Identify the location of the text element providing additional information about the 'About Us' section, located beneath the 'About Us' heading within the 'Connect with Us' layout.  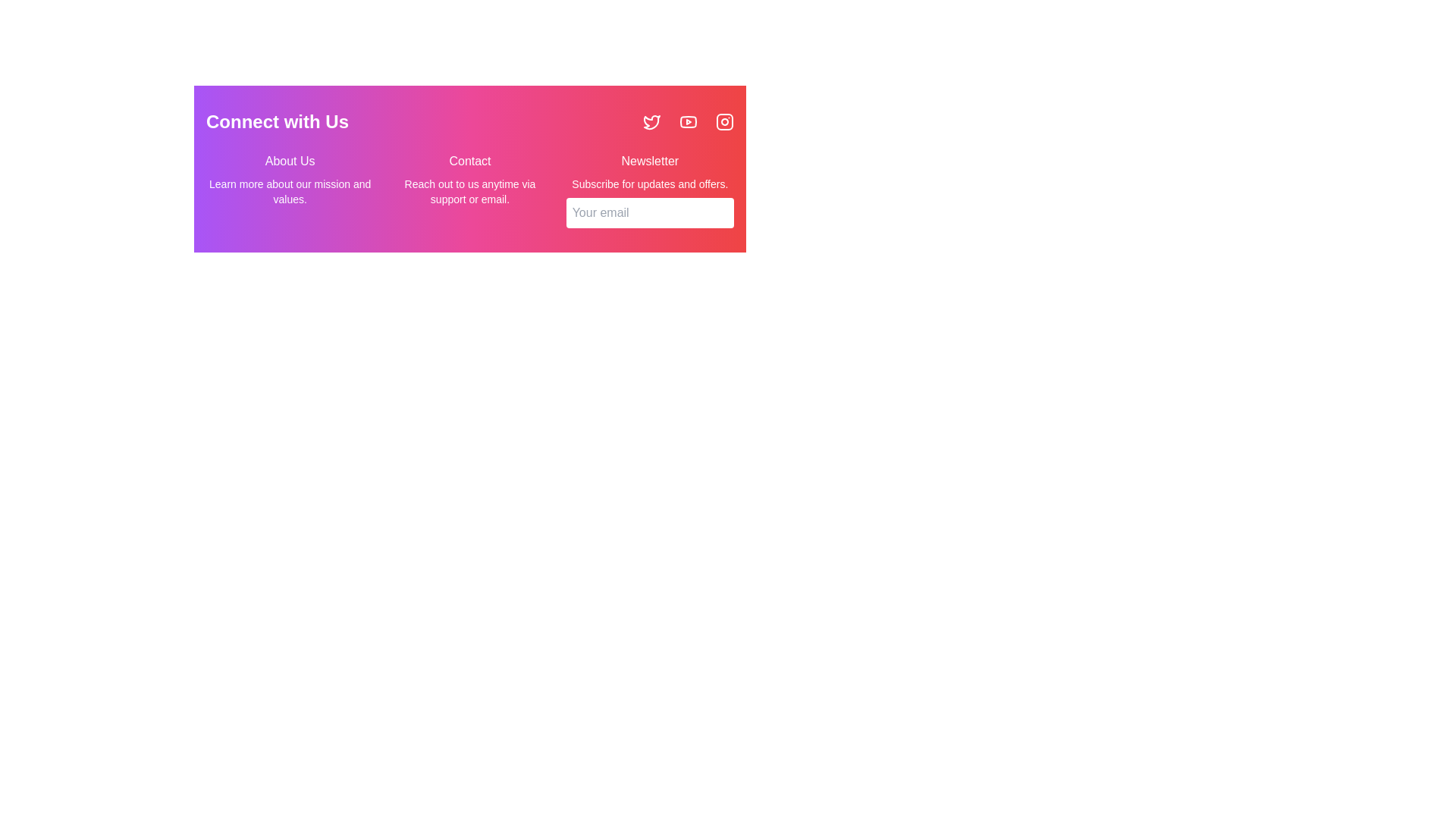
(290, 191).